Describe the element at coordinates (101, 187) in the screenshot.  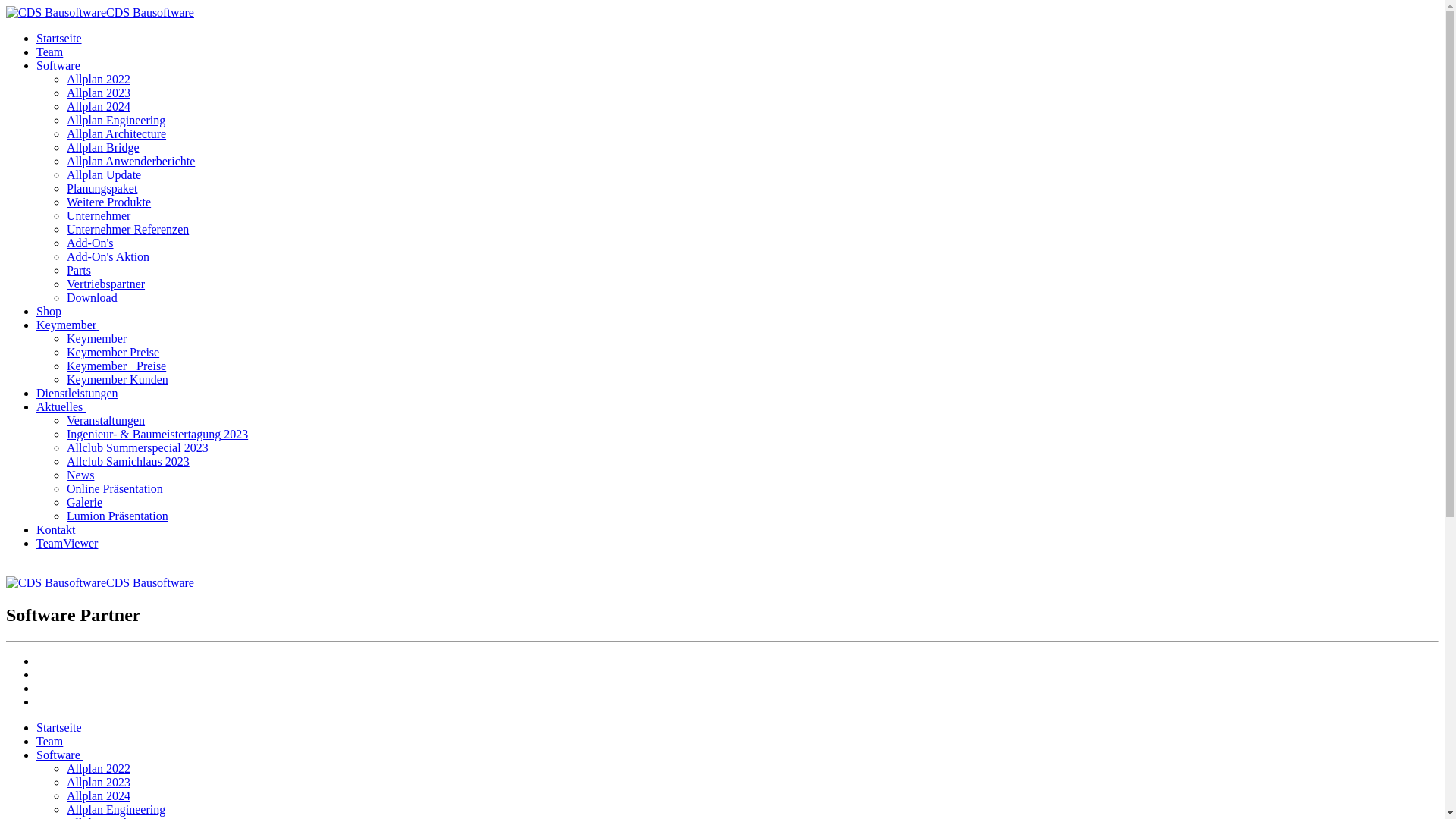
I see `'Planungspaket'` at that location.